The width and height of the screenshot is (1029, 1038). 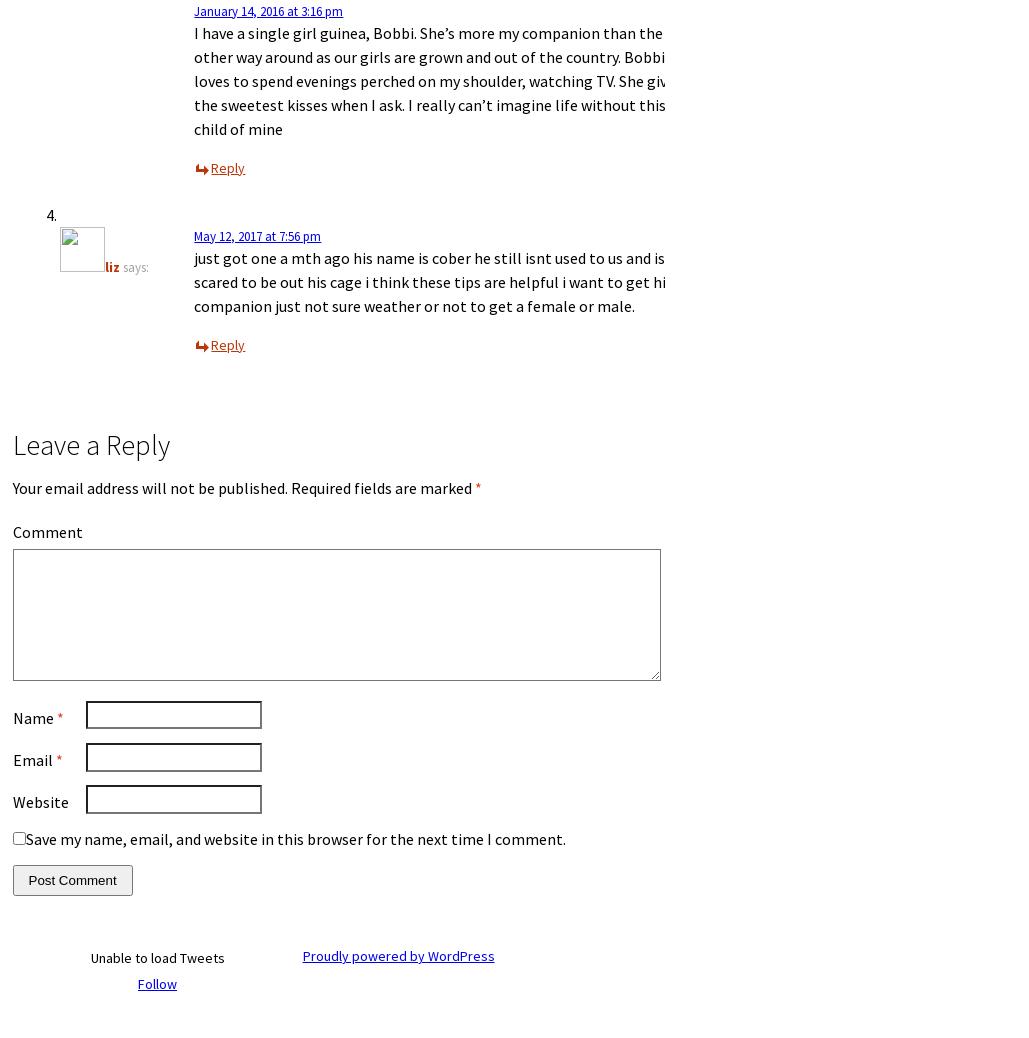 I want to click on 'Required fields are marked', so click(x=379, y=487).